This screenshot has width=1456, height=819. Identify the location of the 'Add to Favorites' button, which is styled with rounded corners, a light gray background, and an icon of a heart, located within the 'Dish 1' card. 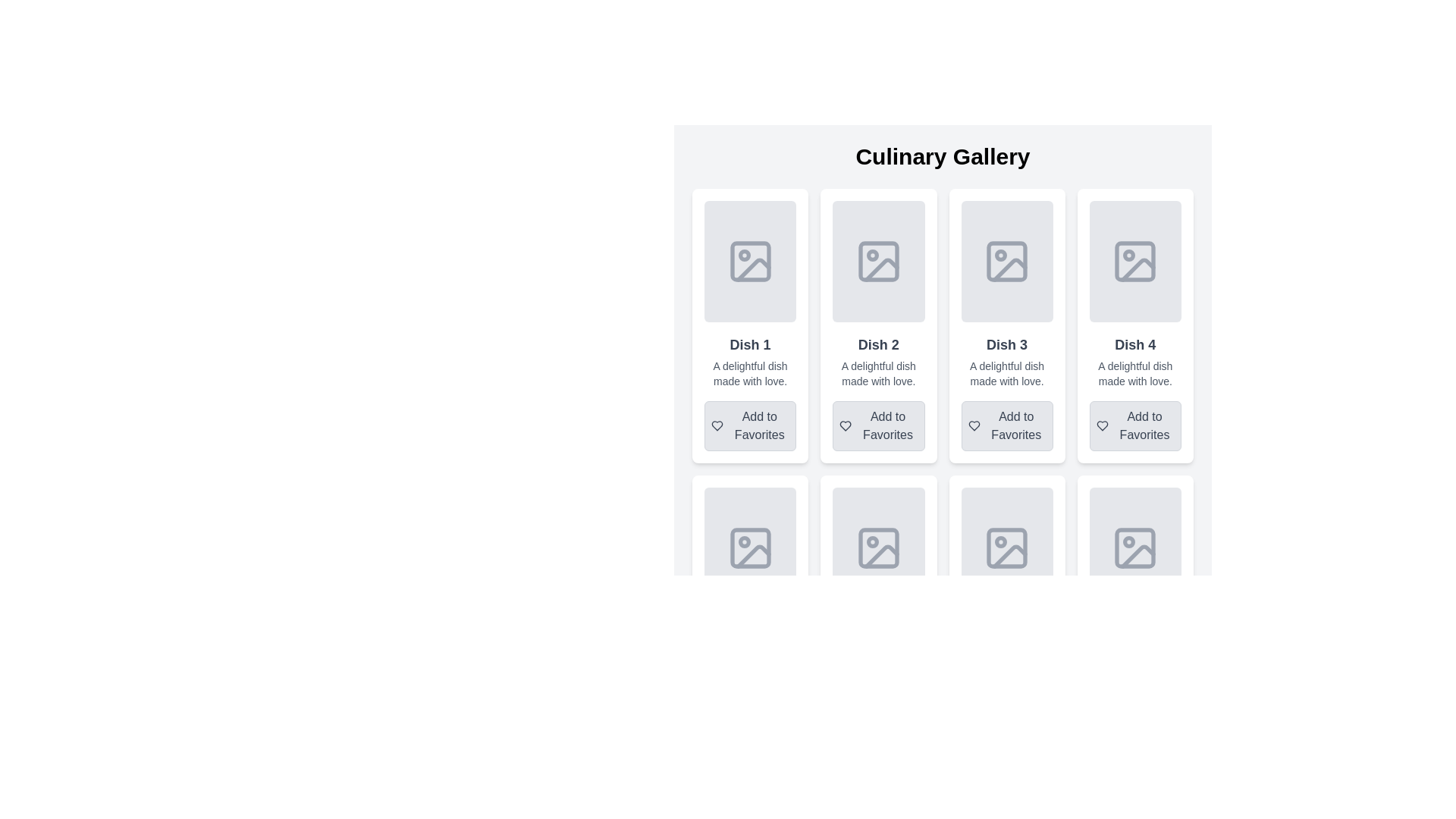
(750, 426).